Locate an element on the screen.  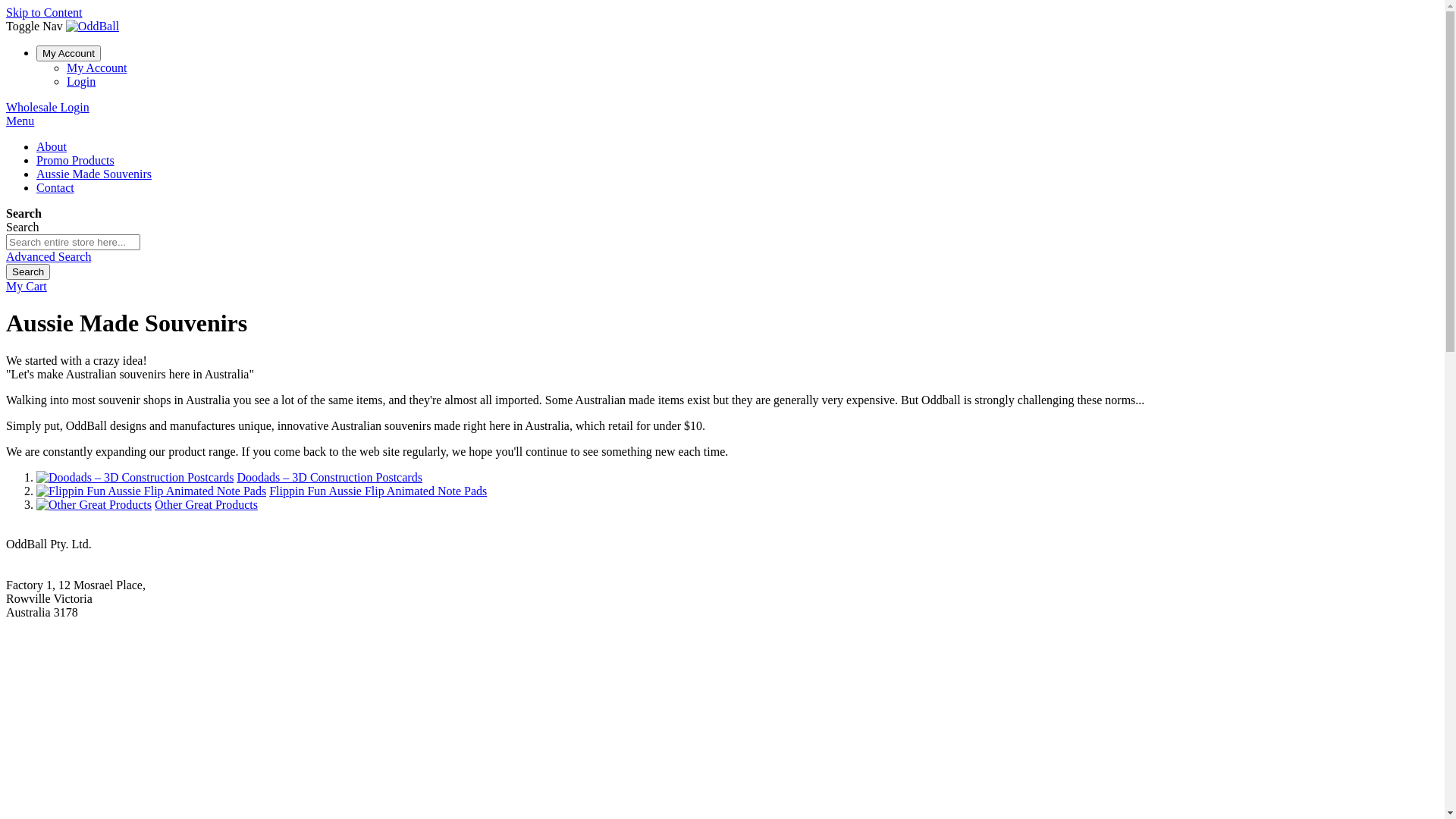
'My Account' is located at coordinates (67, 52).